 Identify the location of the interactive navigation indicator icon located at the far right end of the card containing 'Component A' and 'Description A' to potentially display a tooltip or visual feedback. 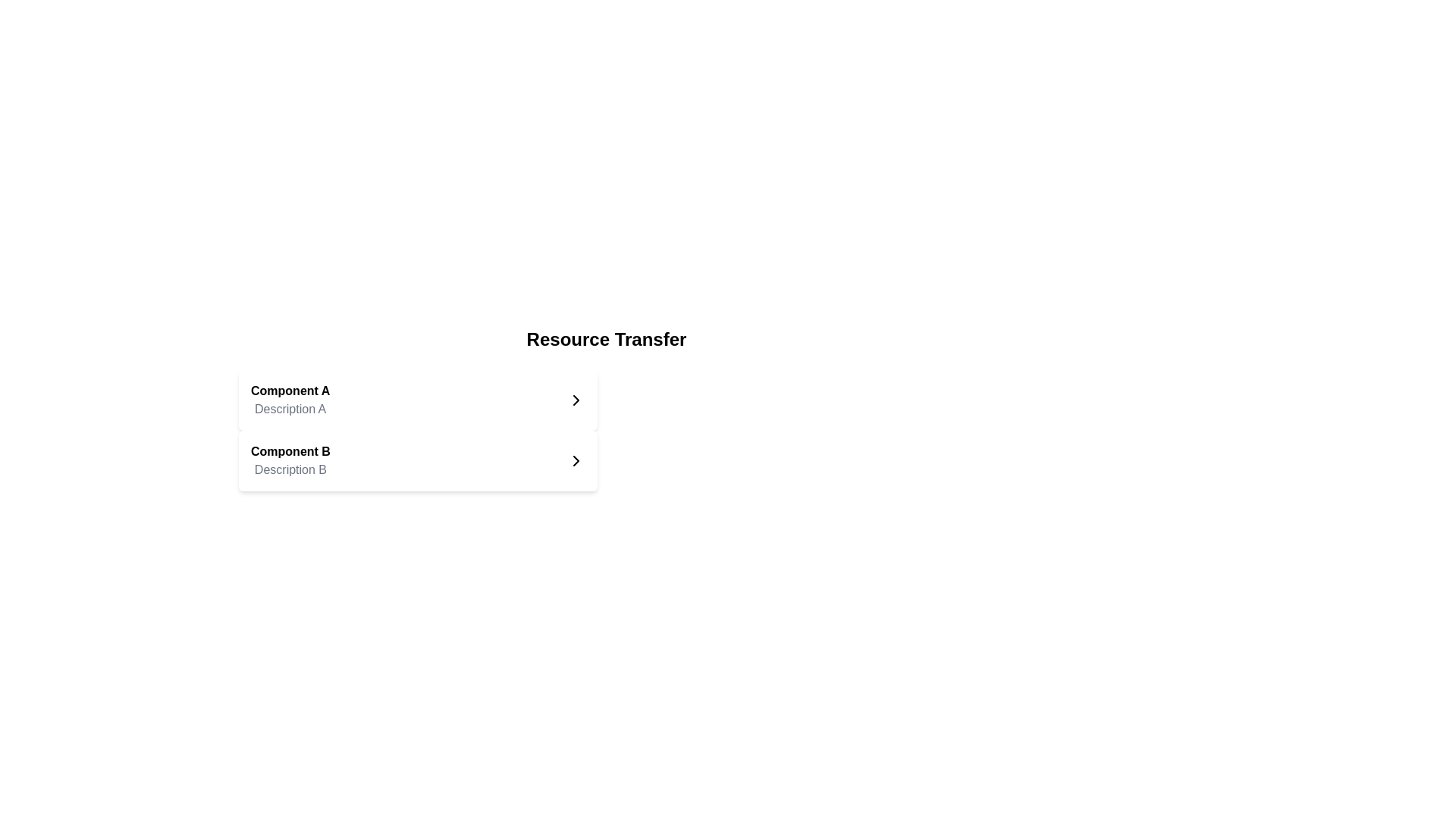
(575, 400).